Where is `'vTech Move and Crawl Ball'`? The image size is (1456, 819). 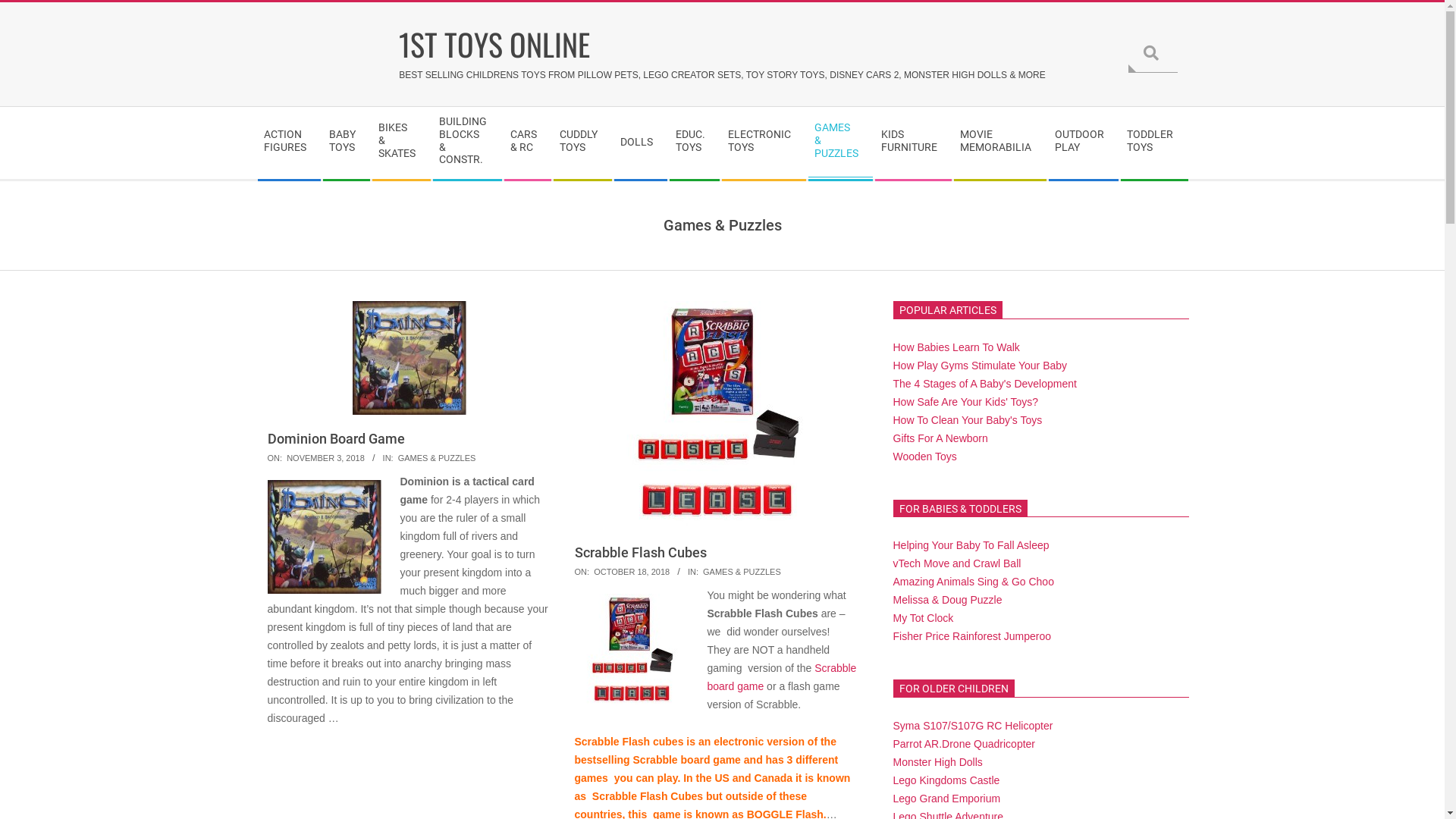 'vTech Move and Crawl Ball' is located at coordinates (893, 563).